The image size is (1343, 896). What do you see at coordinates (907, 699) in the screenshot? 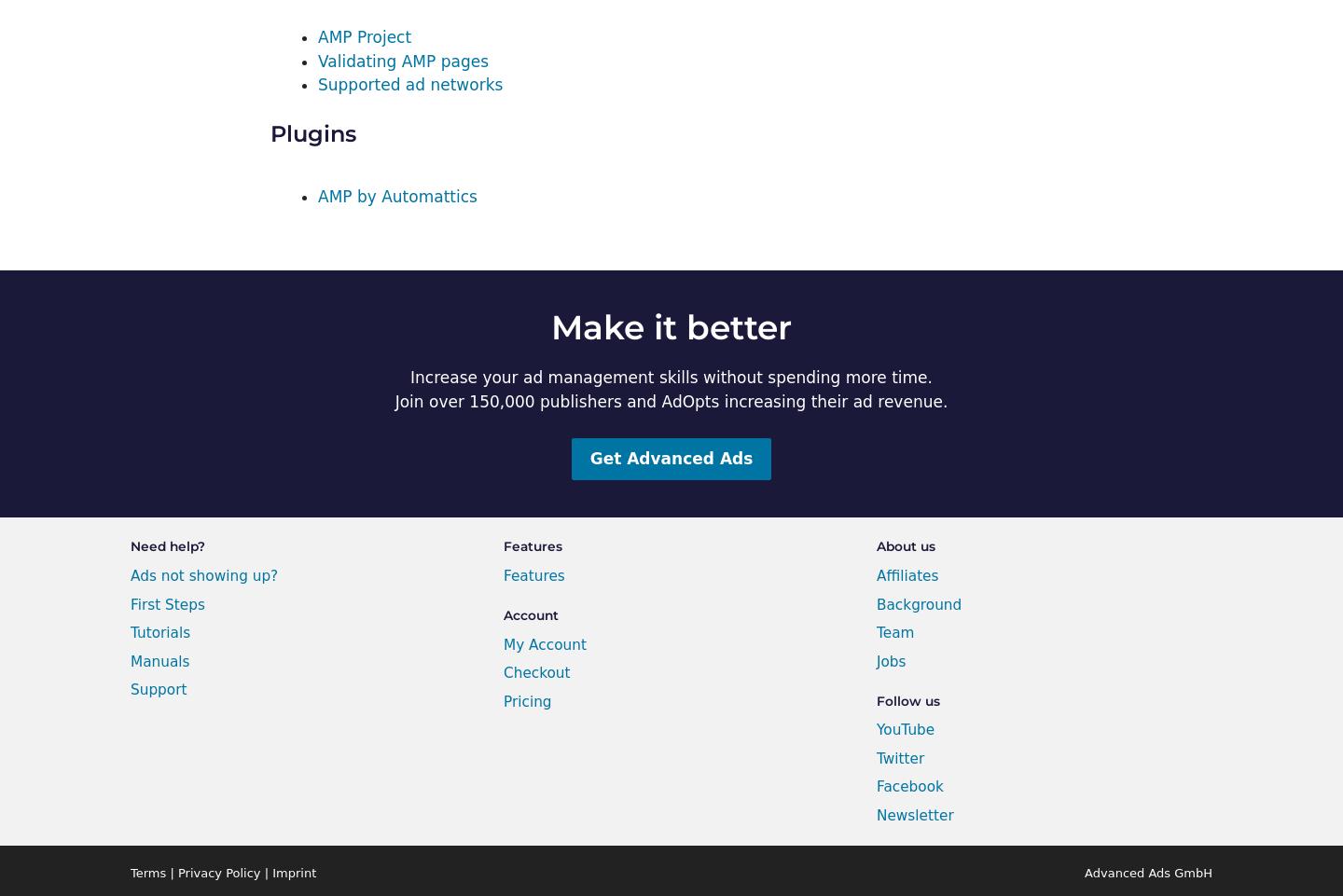
I see `'Follow us'` at bounding box center [907, 699].